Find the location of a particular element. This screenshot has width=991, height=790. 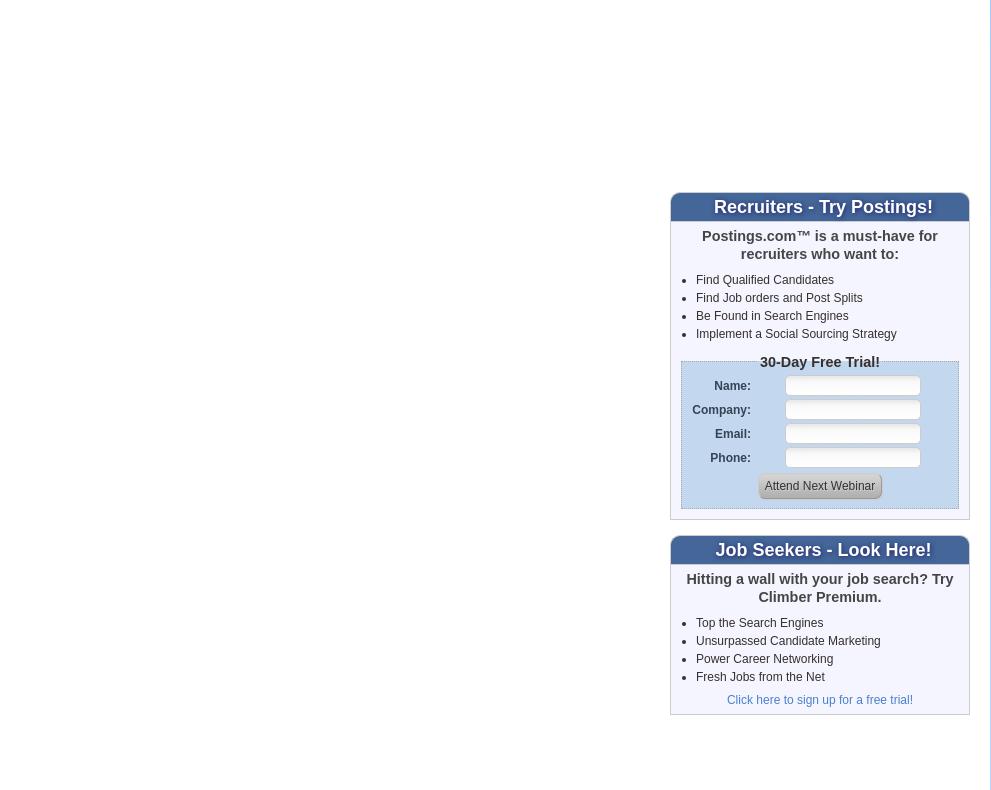

'30-Day Free Trial!' is located at coordinates (758, 361).